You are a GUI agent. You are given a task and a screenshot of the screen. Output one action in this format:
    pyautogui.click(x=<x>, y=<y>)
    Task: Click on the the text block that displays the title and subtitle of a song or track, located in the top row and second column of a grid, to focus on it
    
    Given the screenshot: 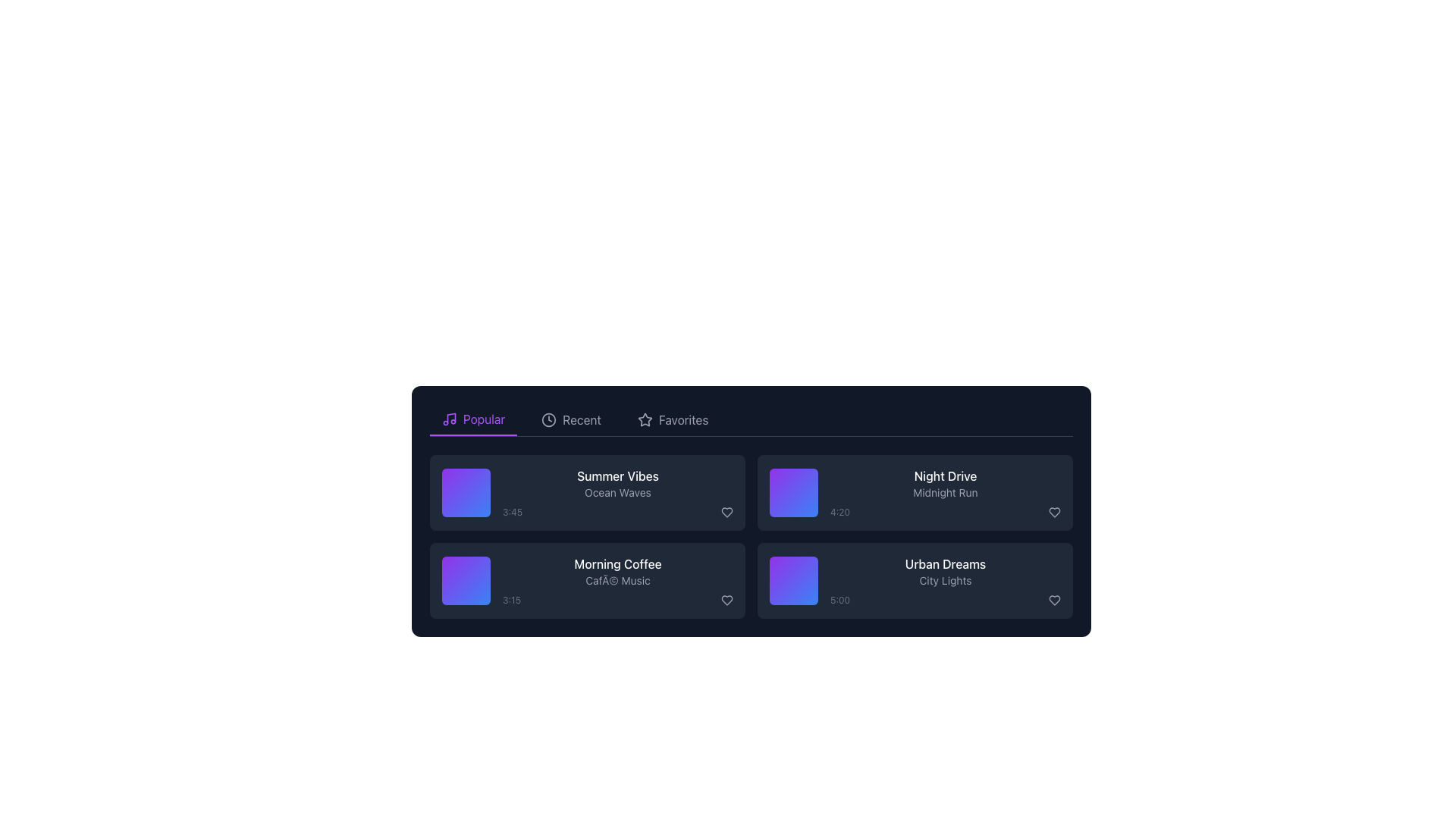 What is the action you would take?
    pyautogui.click(x=618, y=493)
    